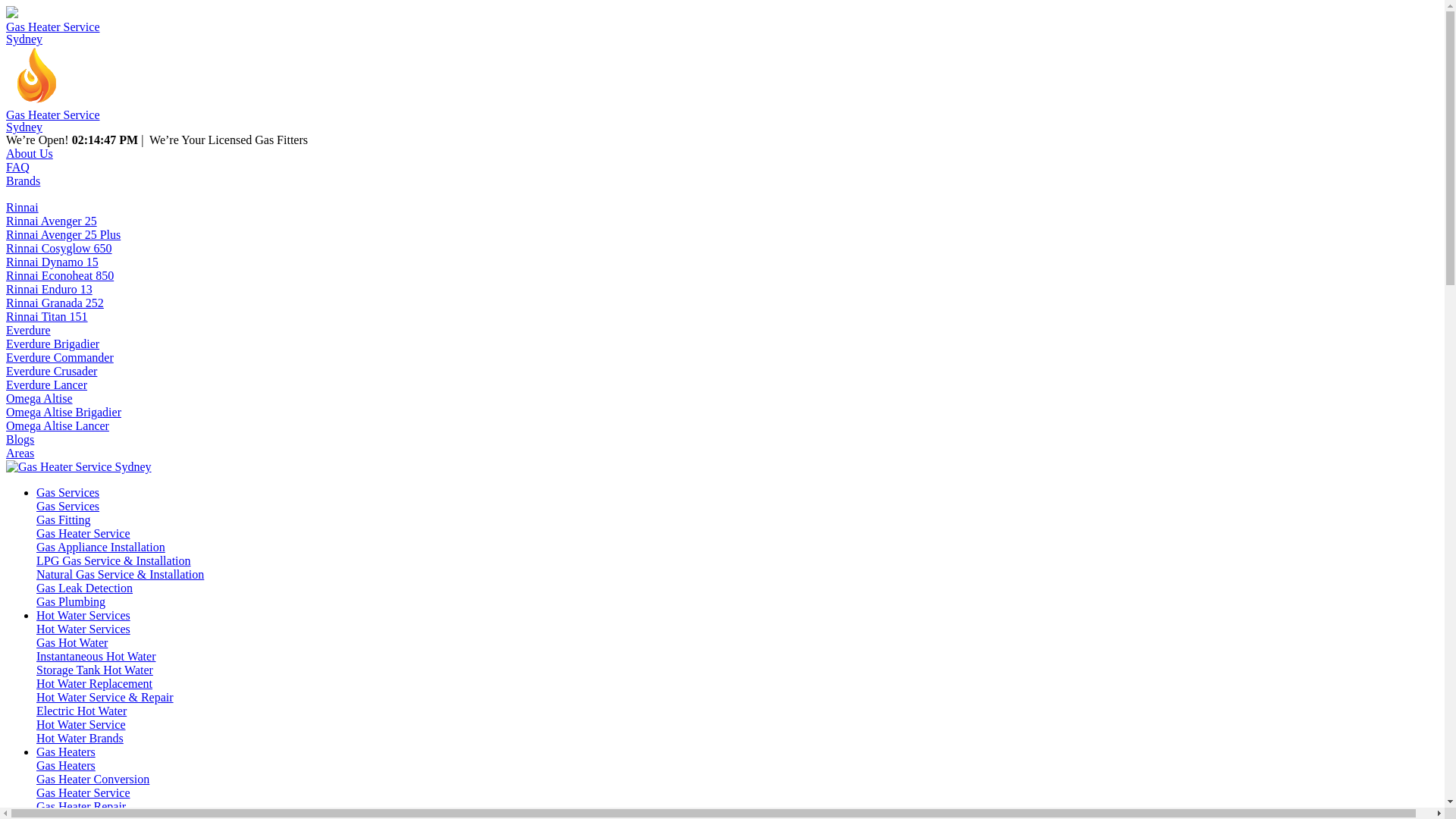  Describe the element at coordinates (104, 697) in the screenshot. I see `'Hot Water Service & Repair'` at that location.